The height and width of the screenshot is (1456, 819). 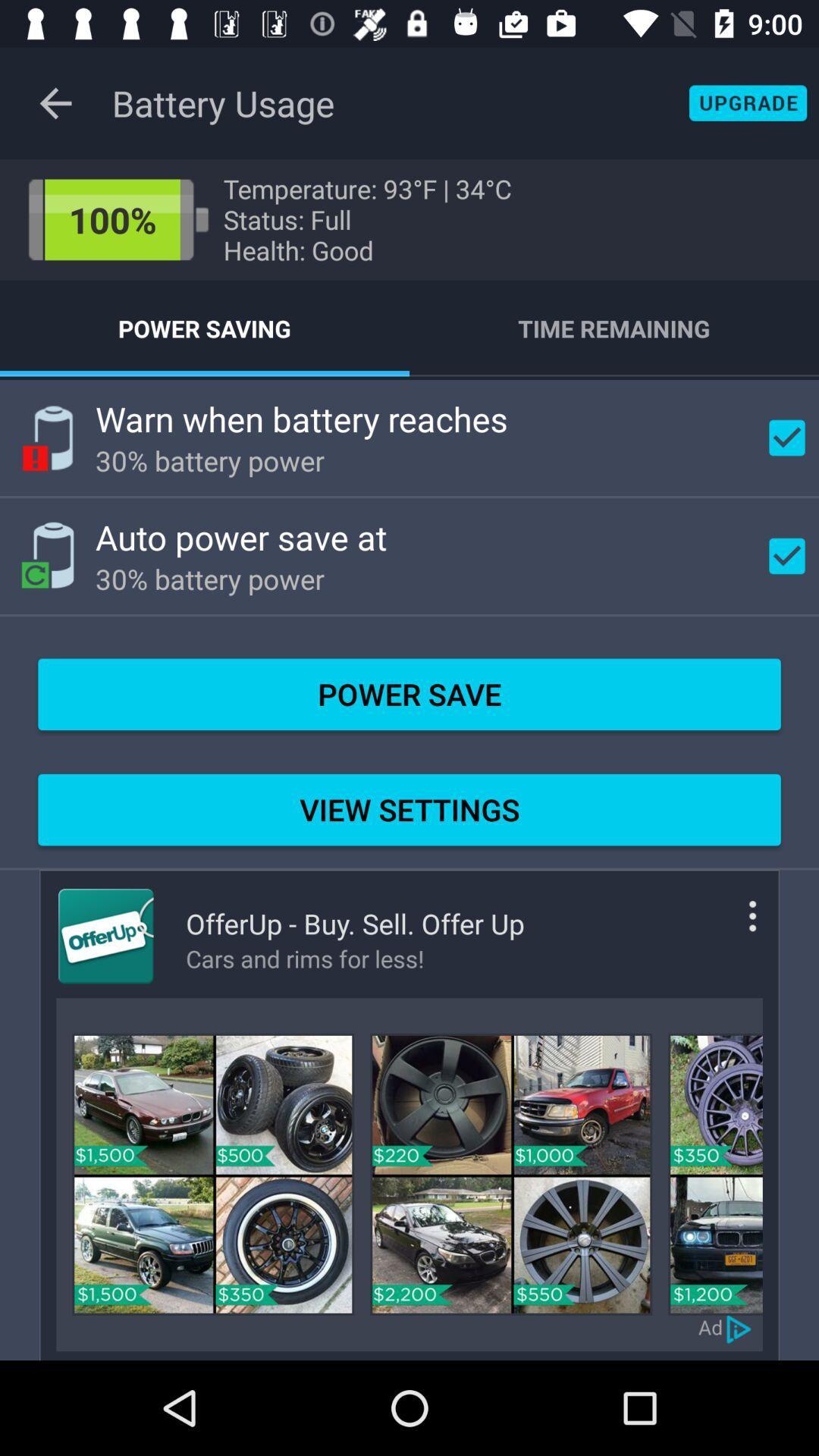 I want to click on the icon above the warn when battery item, so click(x=614, y=328).